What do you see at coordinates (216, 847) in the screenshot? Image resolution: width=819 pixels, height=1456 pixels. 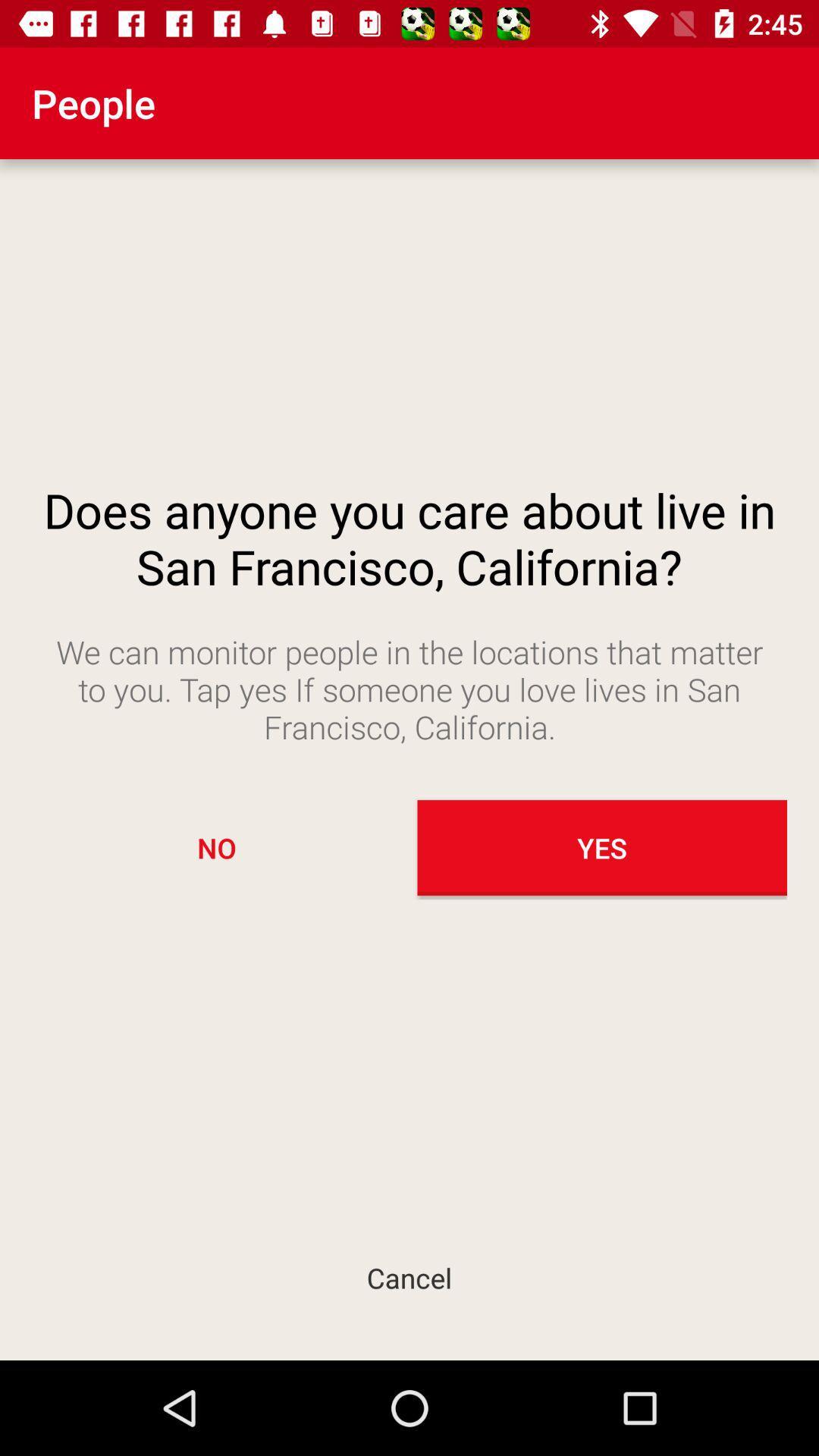 I see `item above cancel` at bounding box center [216, 847].